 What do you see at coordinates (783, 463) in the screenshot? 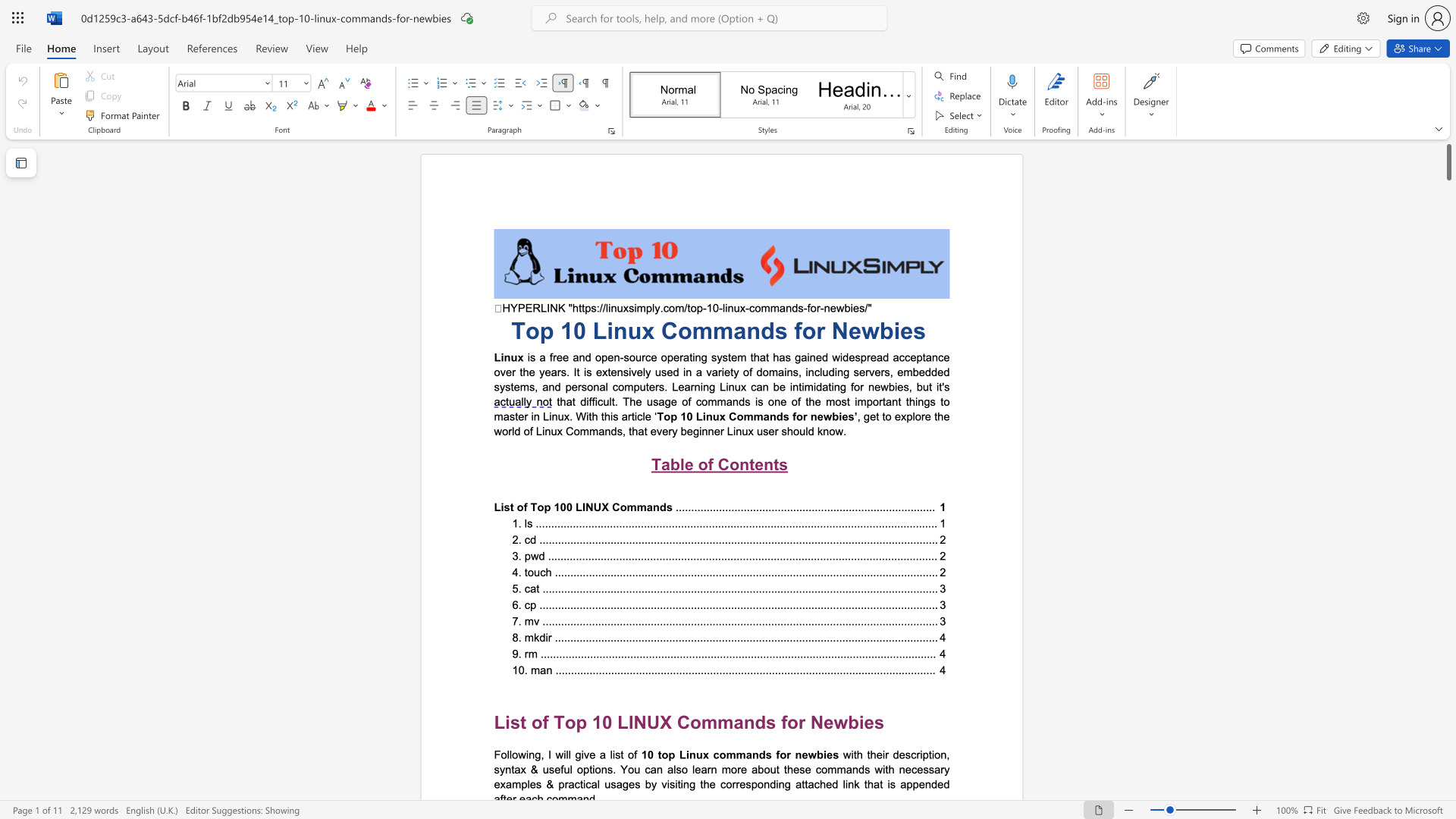
I see `the 1th character "s" in the text` at bounding box center [783, 463].